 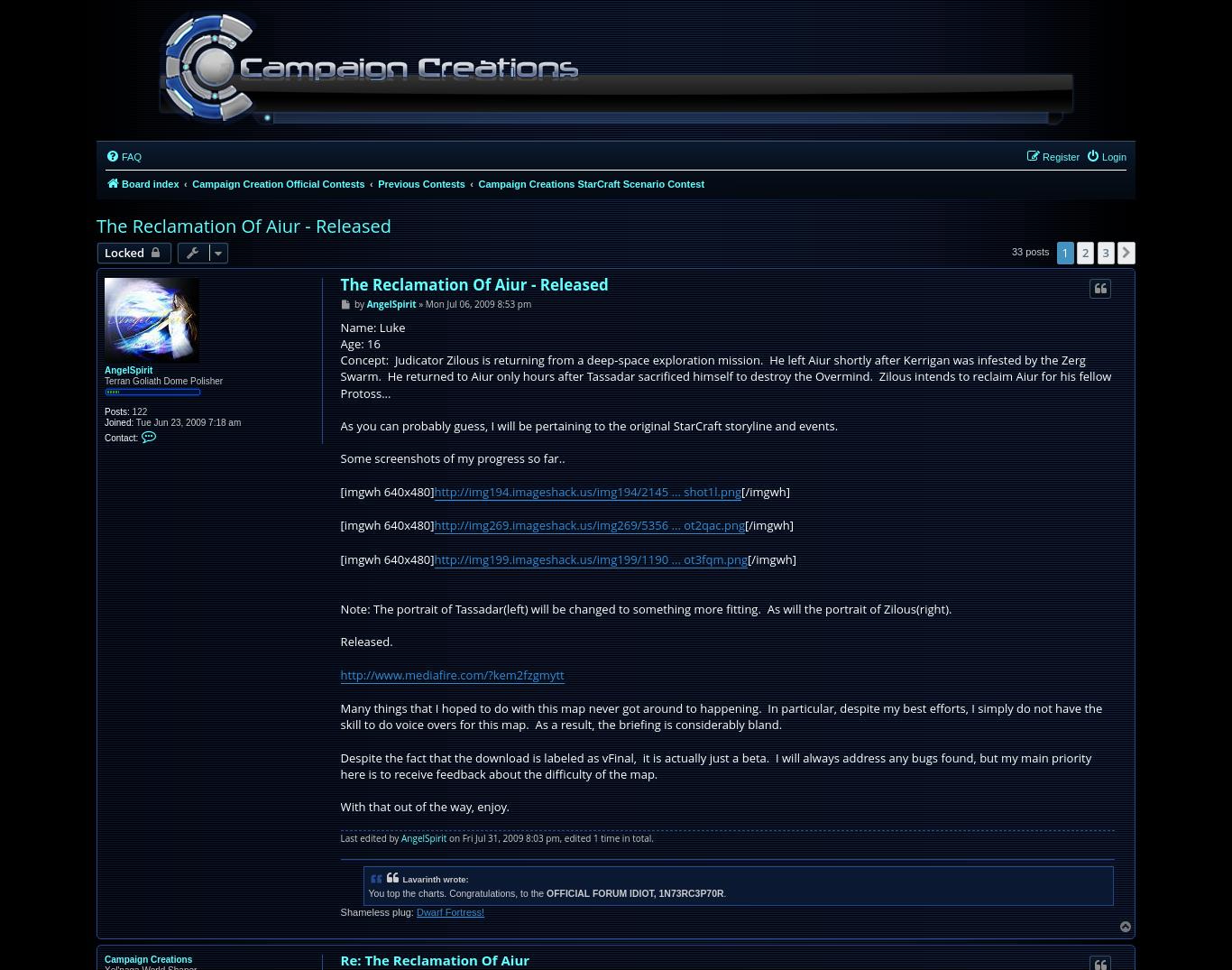 I want to click on 'Register', so click(x=1043, y=157).